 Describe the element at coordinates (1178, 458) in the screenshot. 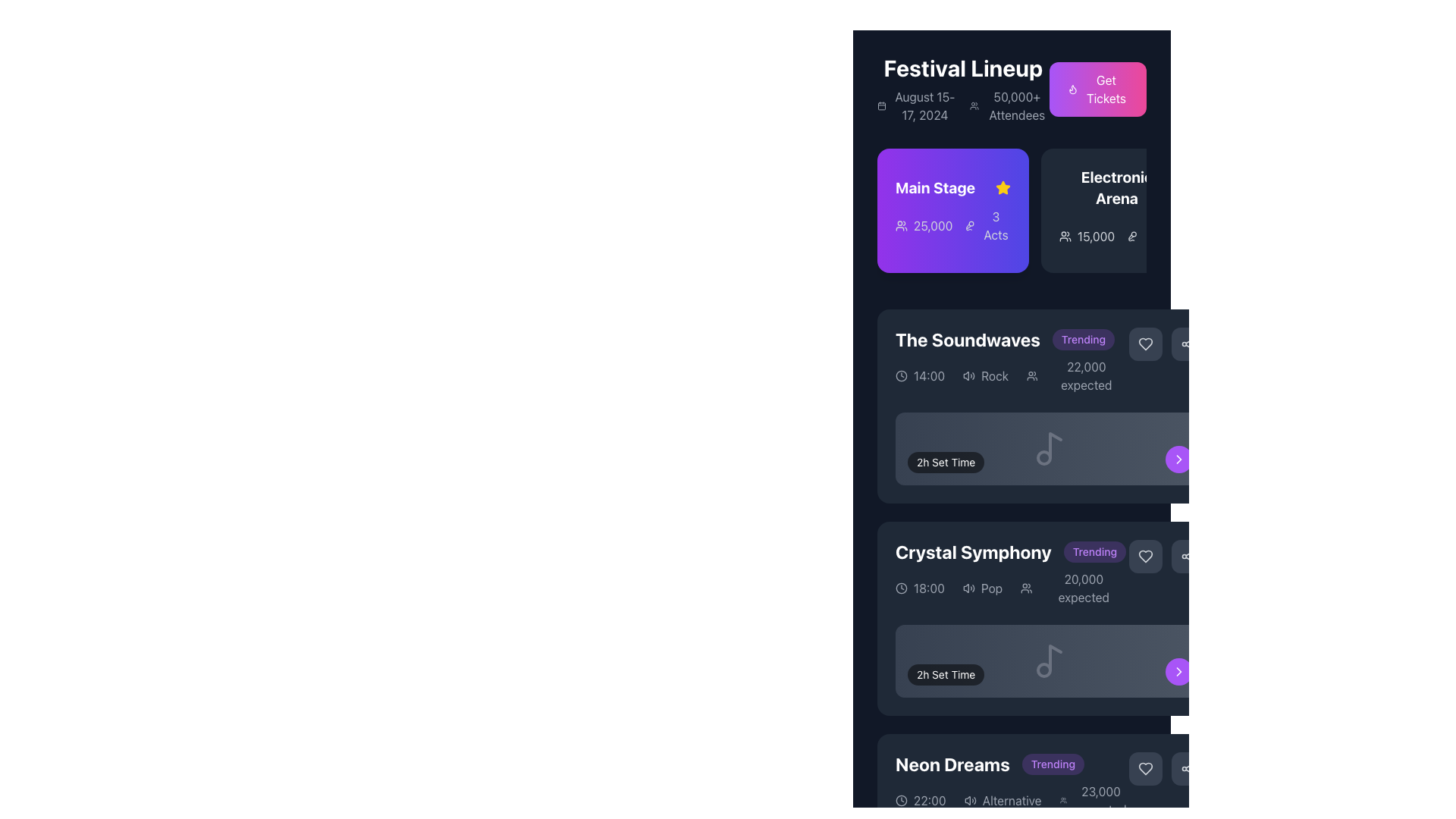

I see `the circular navigational arrow icon associated with the 'Crystal Symphony' event` at that location.